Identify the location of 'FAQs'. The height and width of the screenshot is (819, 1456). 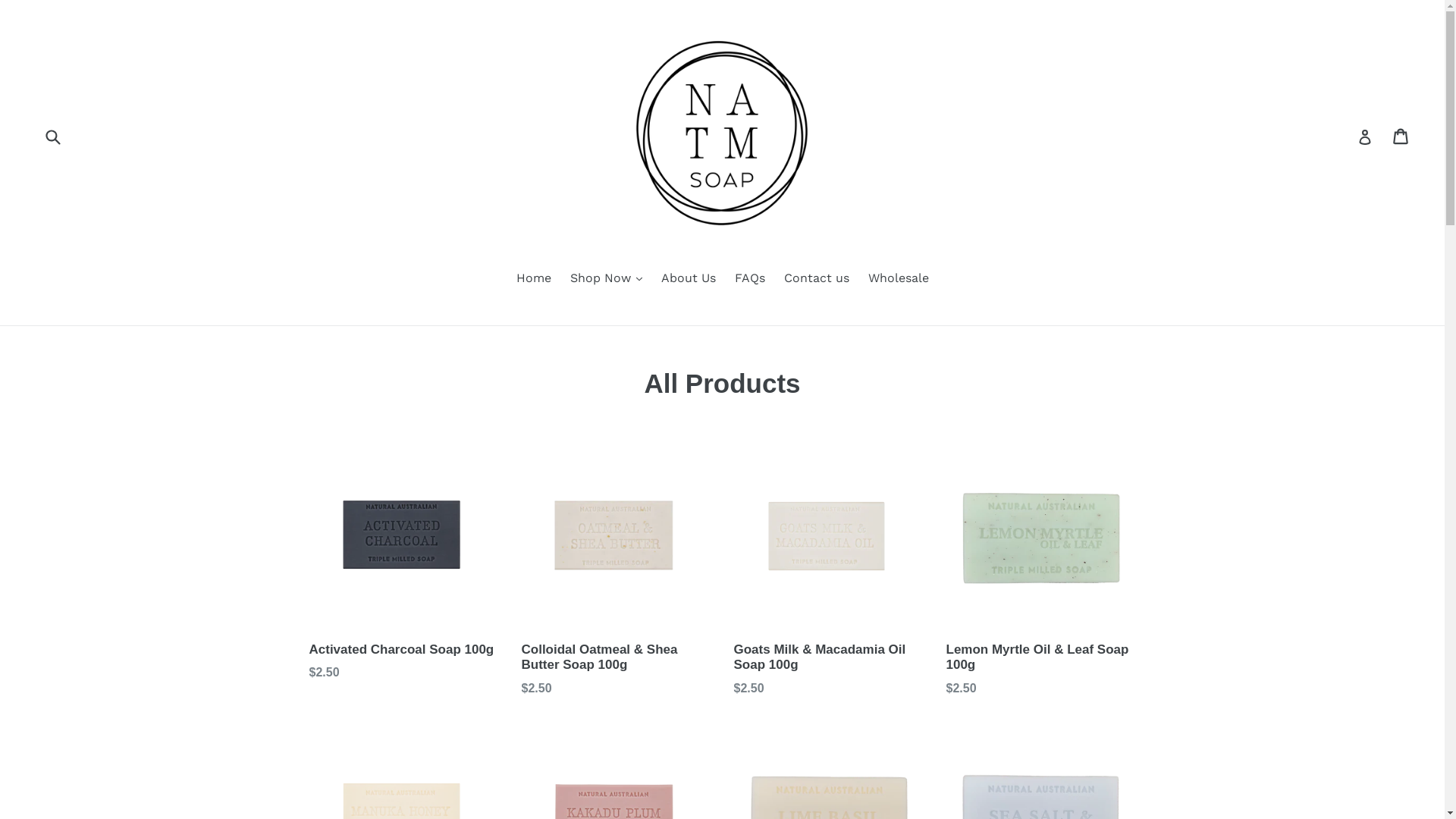
(726, 279).